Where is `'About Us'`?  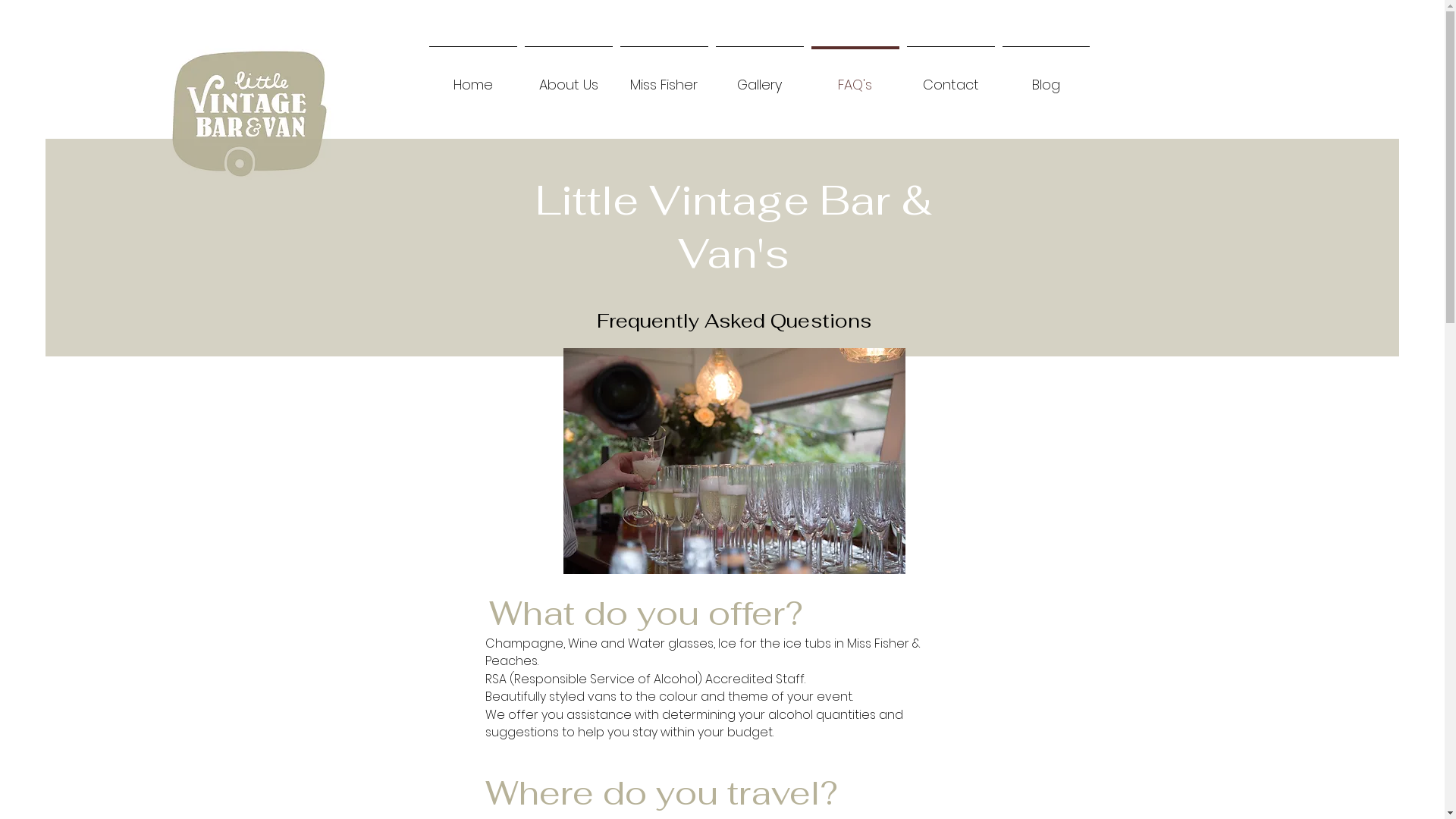 'About Us' is located at coordinates (566, 77).